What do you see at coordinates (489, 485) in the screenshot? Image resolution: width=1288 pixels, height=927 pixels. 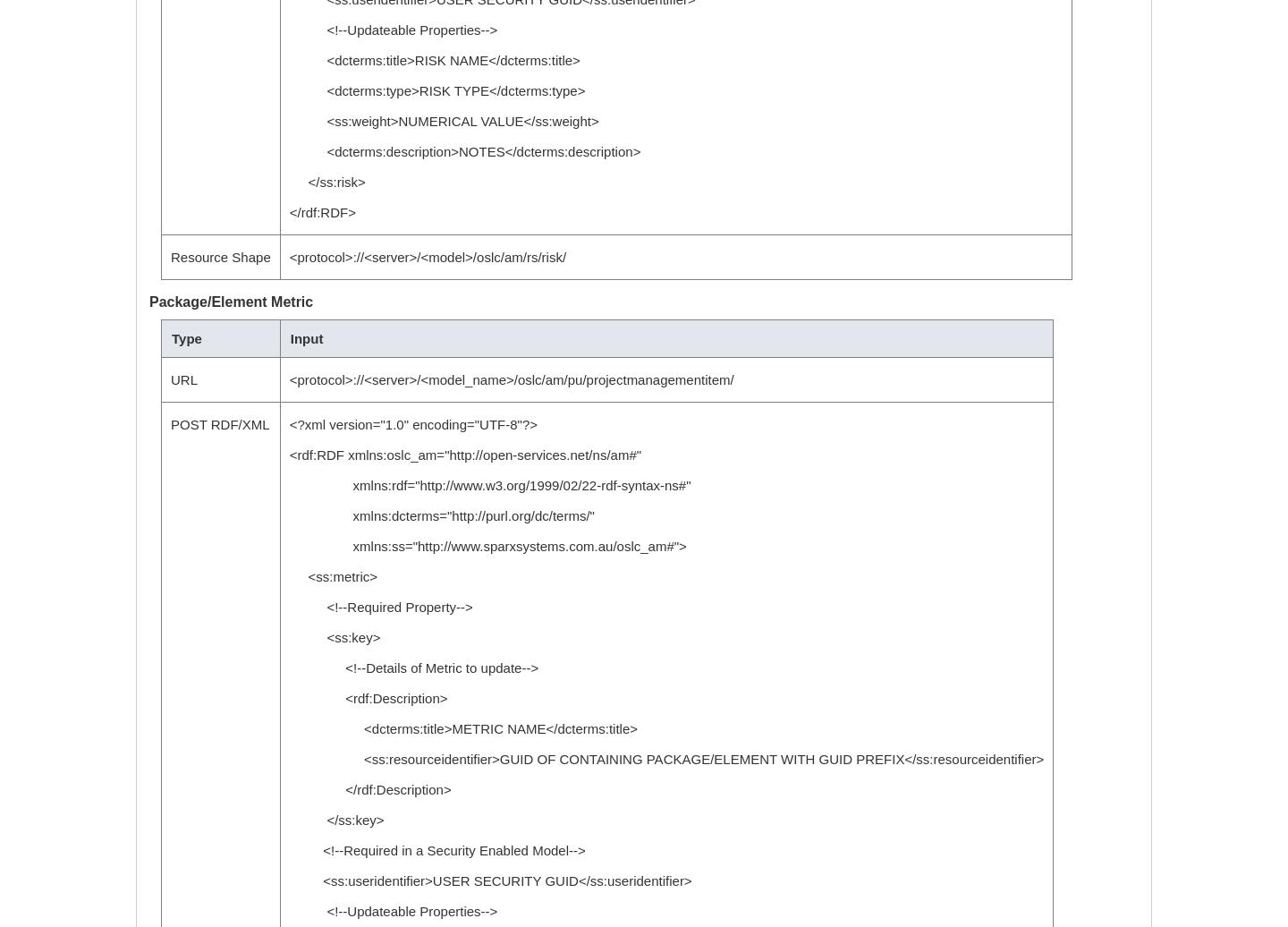 I see `'xmlns:rdf="http://www.w3.org/1999/02/22-rdf-syntax-ns#"'` at bounding box center [489, 485].